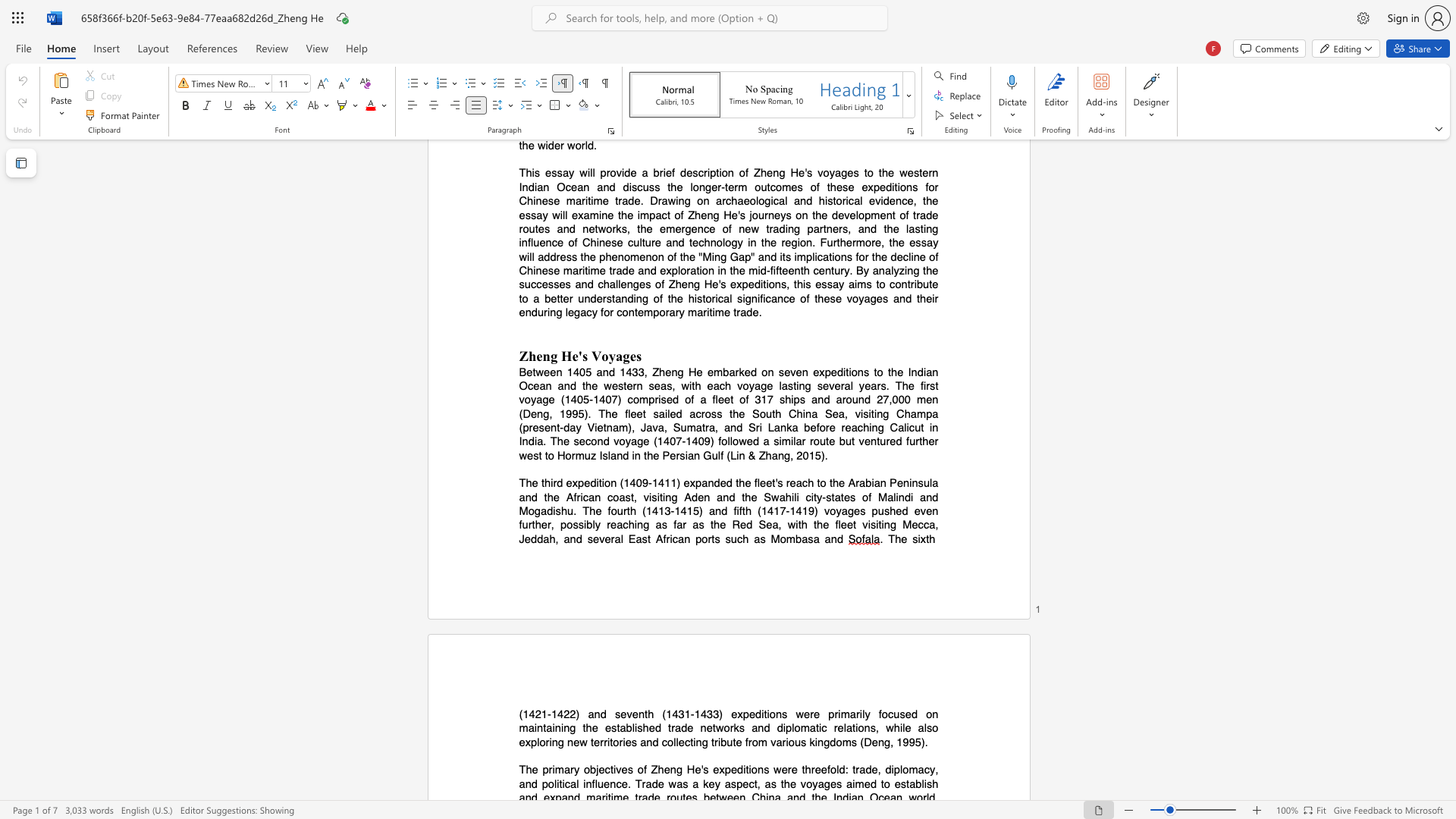 The image size is (1456, 819). I want to click on the space between the continuous character "t" and "i" in the text, so click(613, 770).